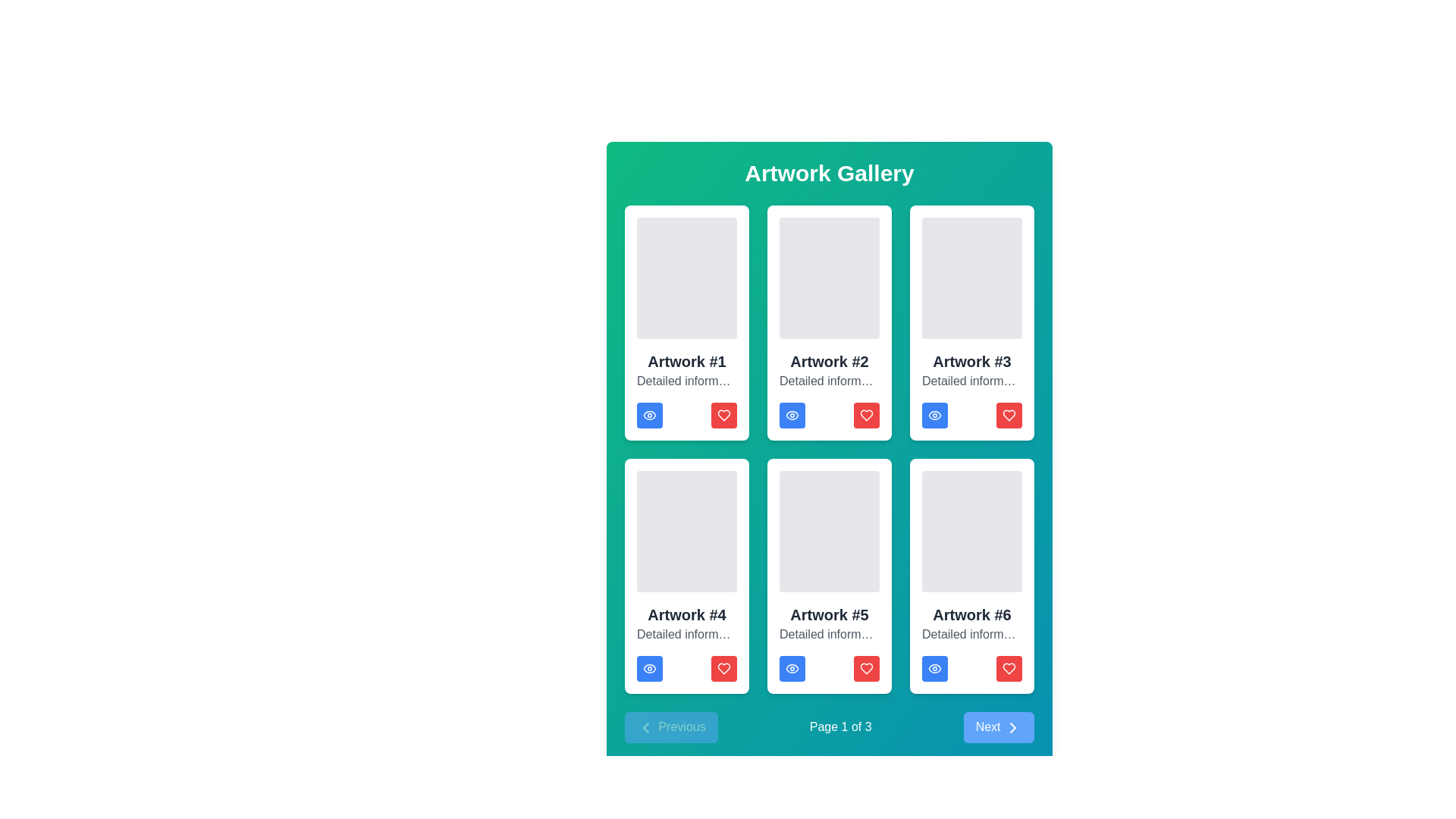  I want to click on the 'View' button located in the third card of the first row, positioned to the left of the red heart-shaped favorite button, to observe its hover effect, so click(934, 415).